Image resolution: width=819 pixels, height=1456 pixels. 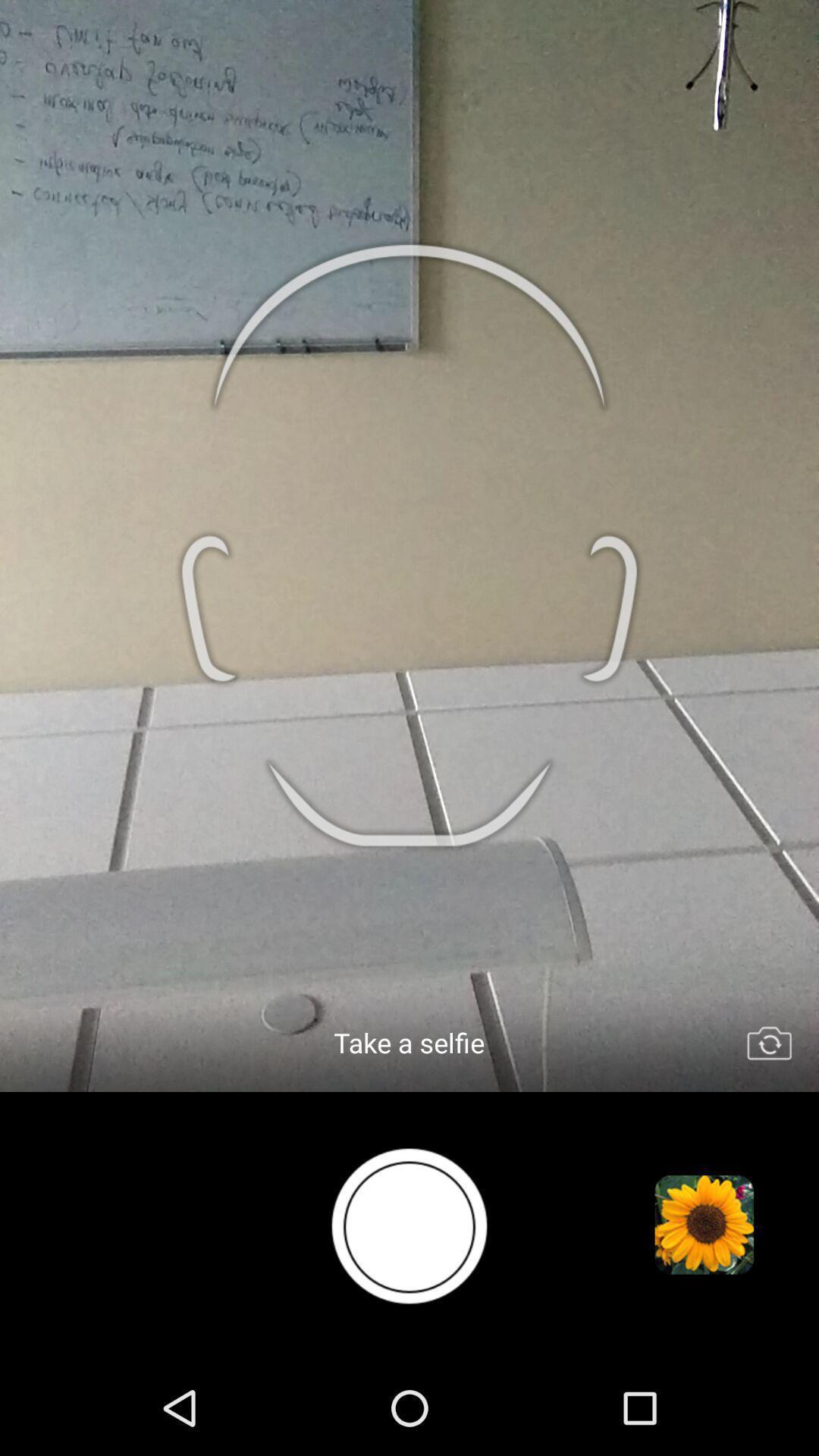 I want to click on the swap icon, so click(x=769, y=1116).